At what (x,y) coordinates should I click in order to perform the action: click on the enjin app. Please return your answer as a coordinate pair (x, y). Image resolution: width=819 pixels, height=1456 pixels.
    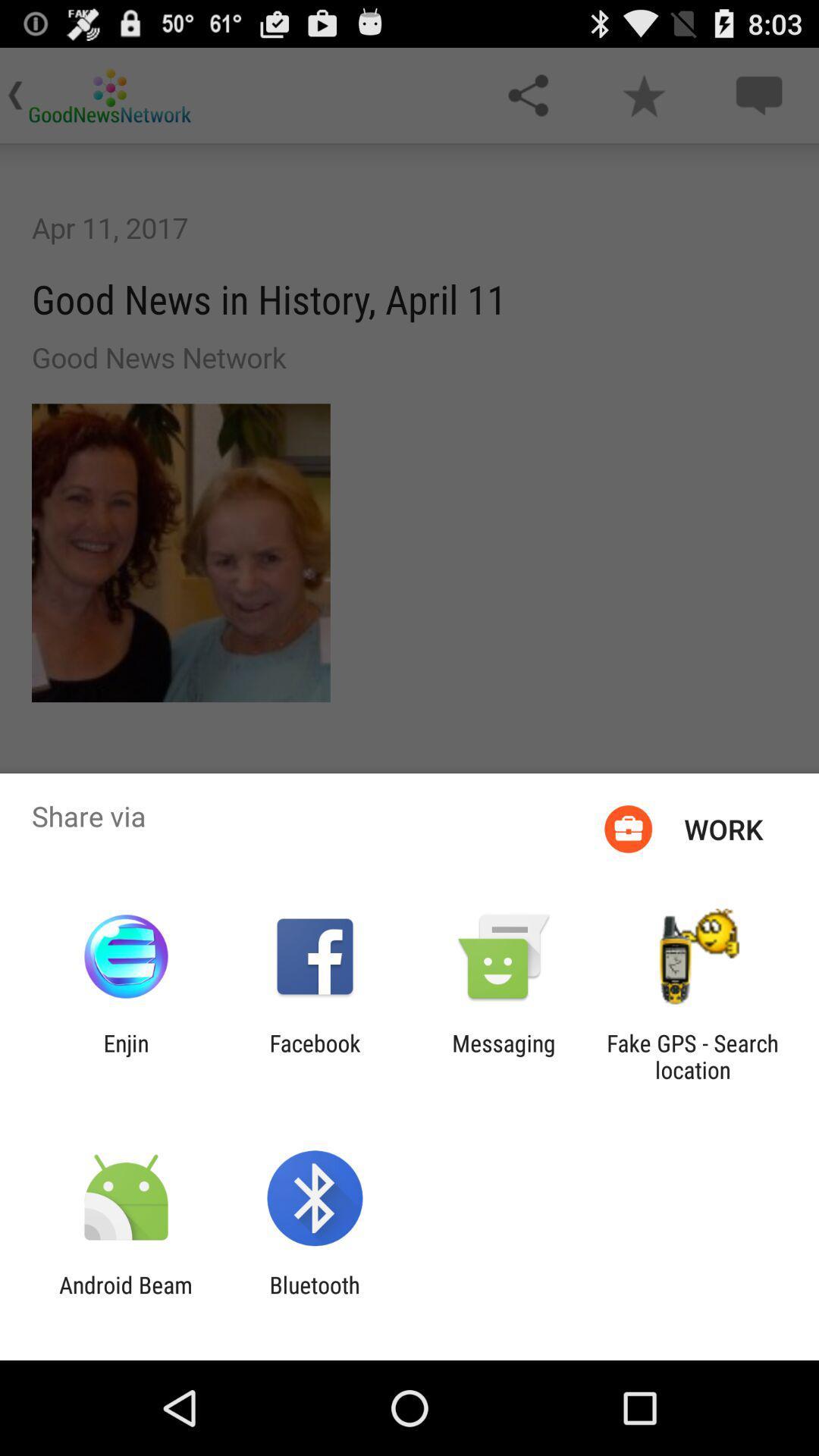
    Looking at the image, I should click on (125, 1056).